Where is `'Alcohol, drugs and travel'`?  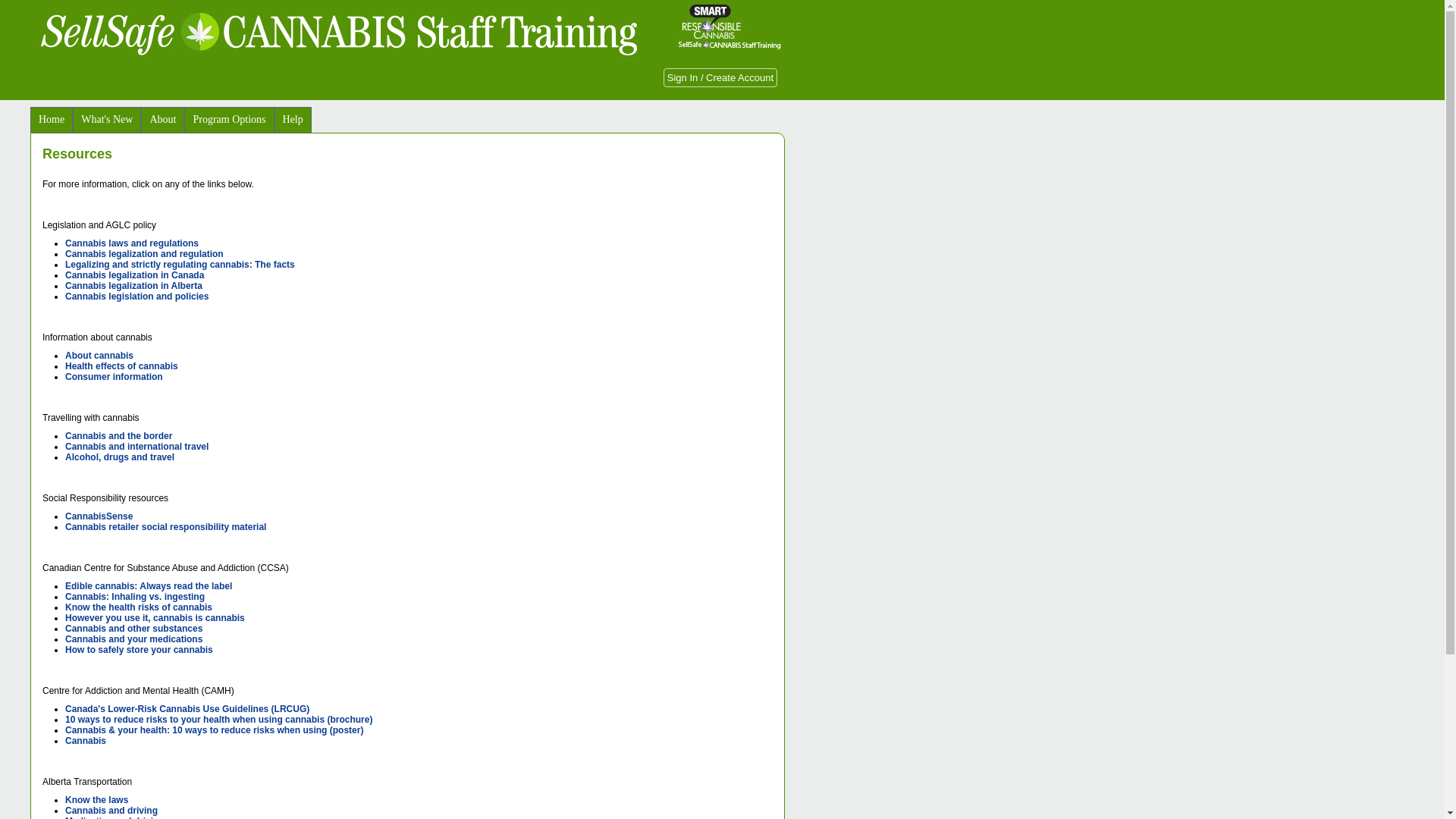
'Alcohol, drugs and travel' is located at coordinates (119, 456).